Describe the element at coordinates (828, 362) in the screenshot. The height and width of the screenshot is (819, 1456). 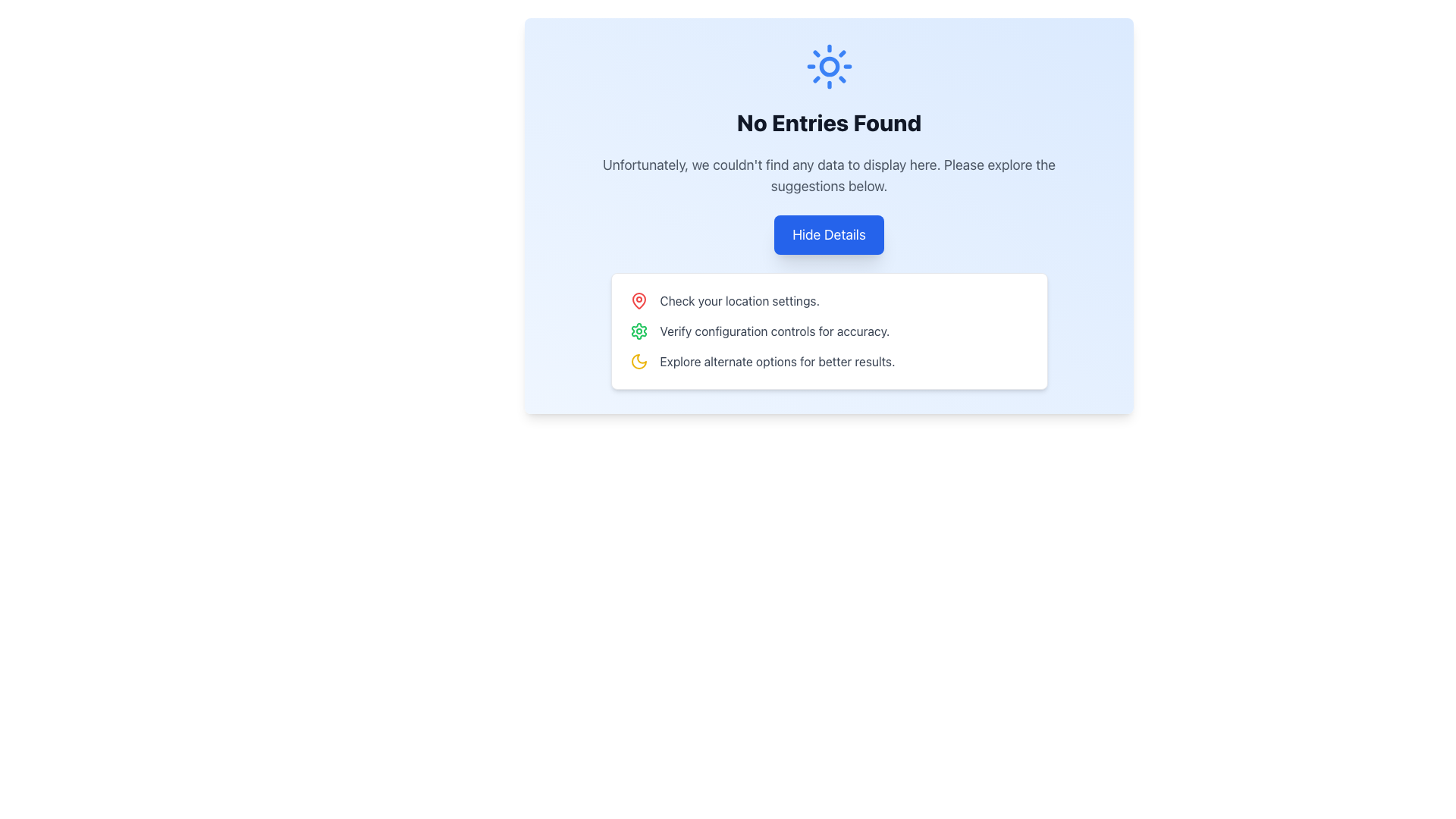
I see `the label with a yellow crescent moon icon and the text 'Explore alternate options for better results.' positioned below the 'Verify configuration controls for accuracy.' item` at that location.